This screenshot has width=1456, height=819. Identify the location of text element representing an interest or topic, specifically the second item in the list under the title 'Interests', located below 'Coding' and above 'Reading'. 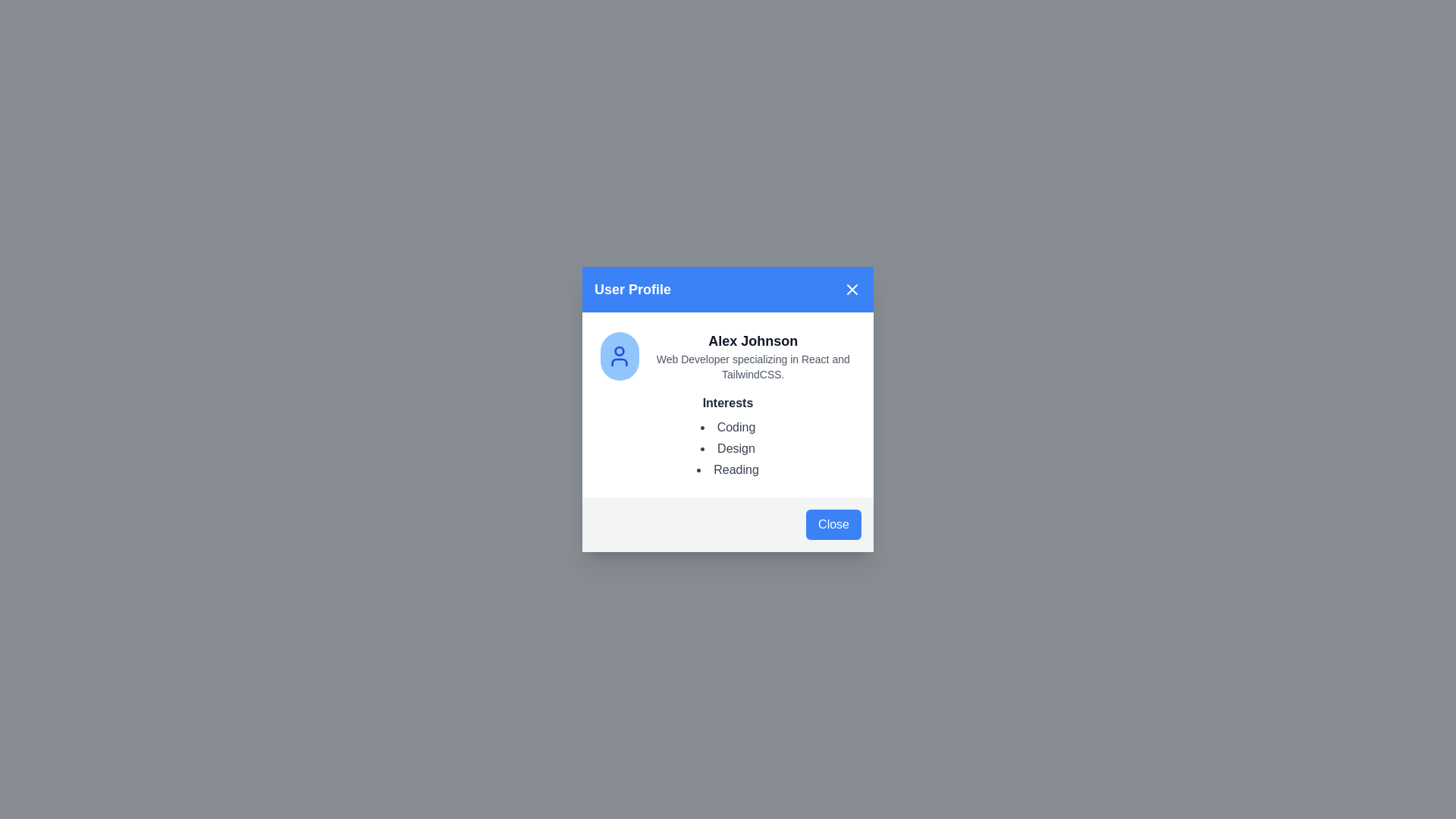
(728, 447).